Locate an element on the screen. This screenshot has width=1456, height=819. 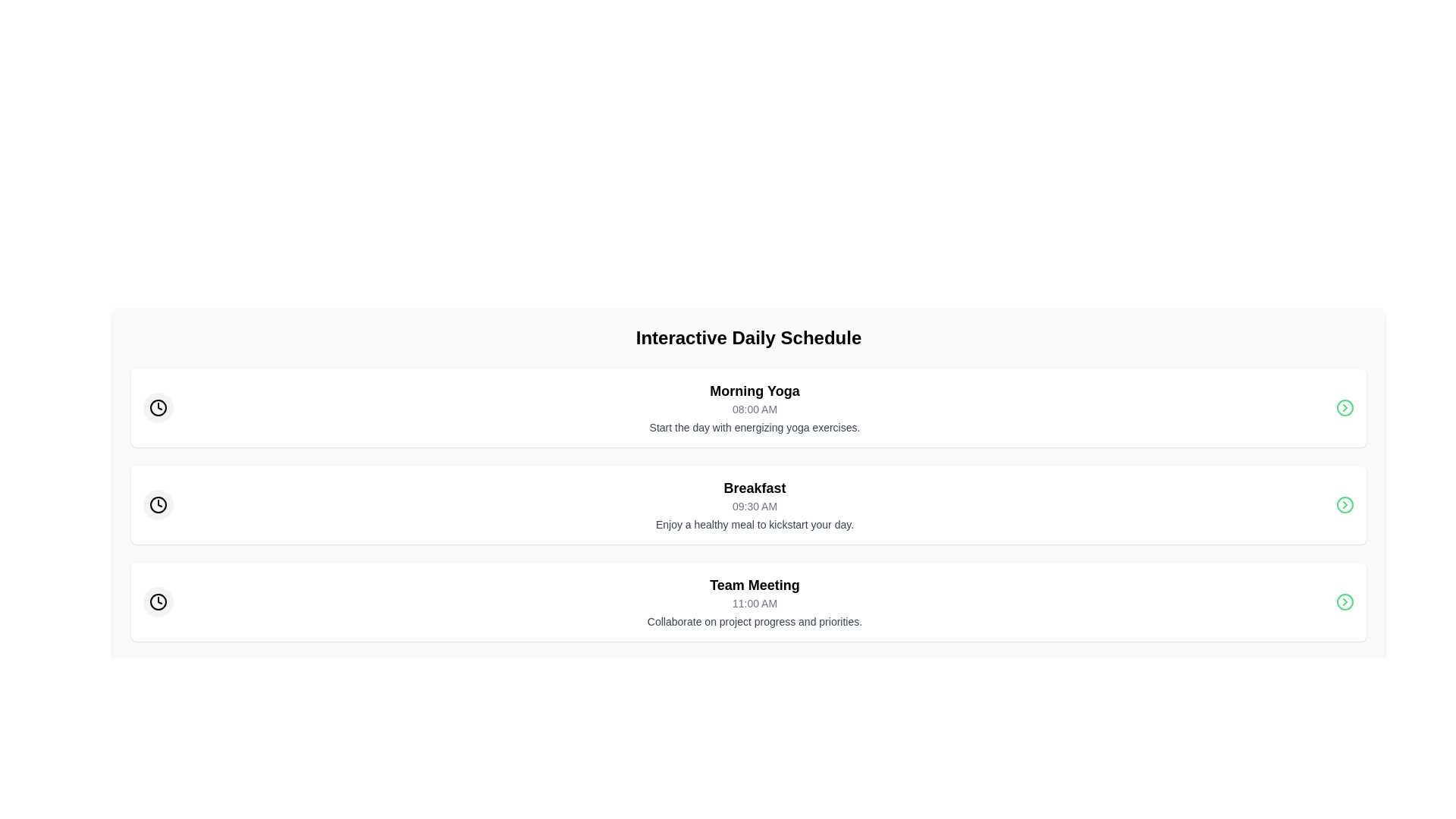
the clock icon, which is styled with a circular outline and shows an hour hand pointing to 12 and a minute hand pointing to 3, located next to the 'Morning Yoga' text is located at coordinates (158, 406).